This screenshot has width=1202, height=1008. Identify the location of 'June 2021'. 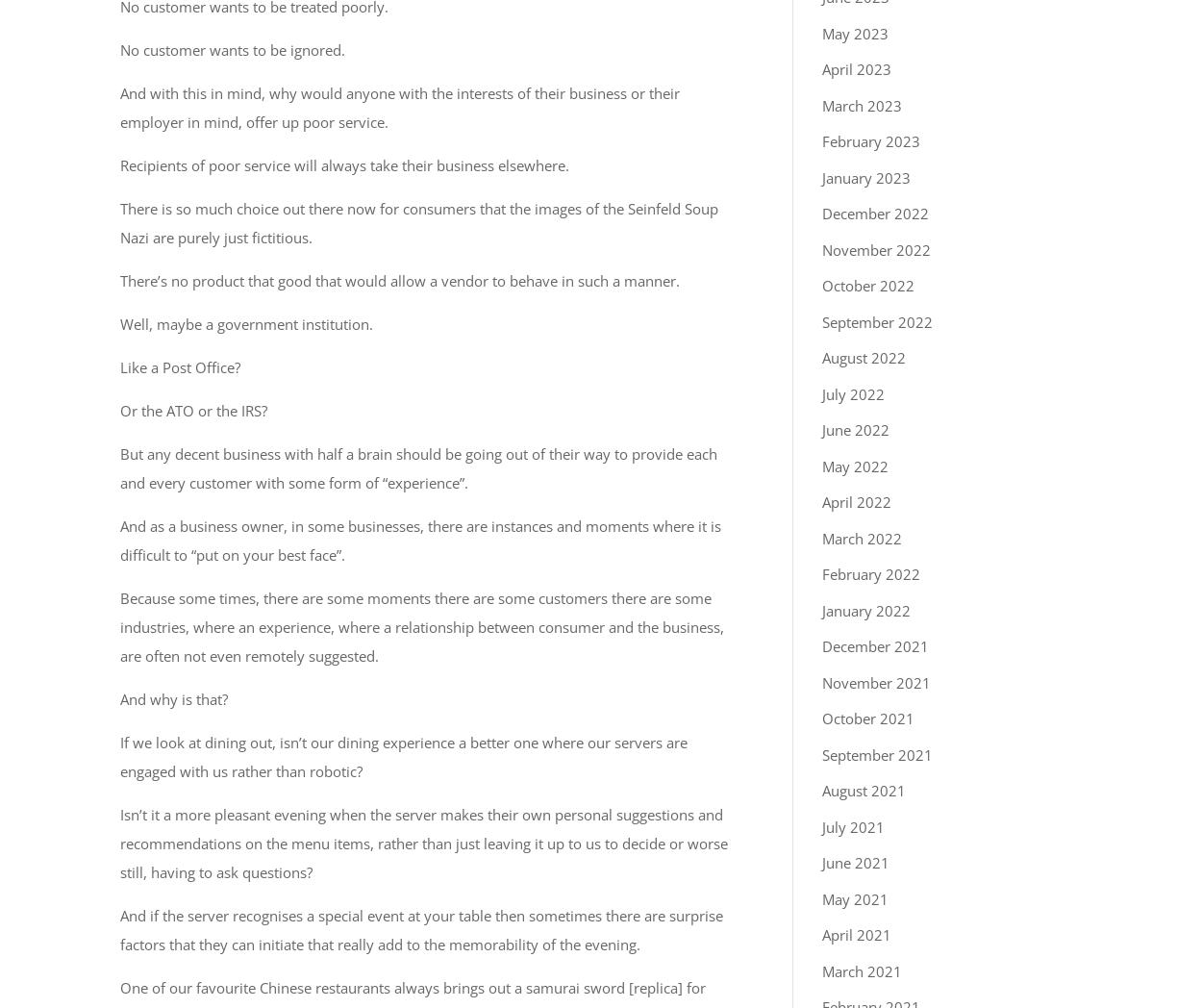
(856, 861).